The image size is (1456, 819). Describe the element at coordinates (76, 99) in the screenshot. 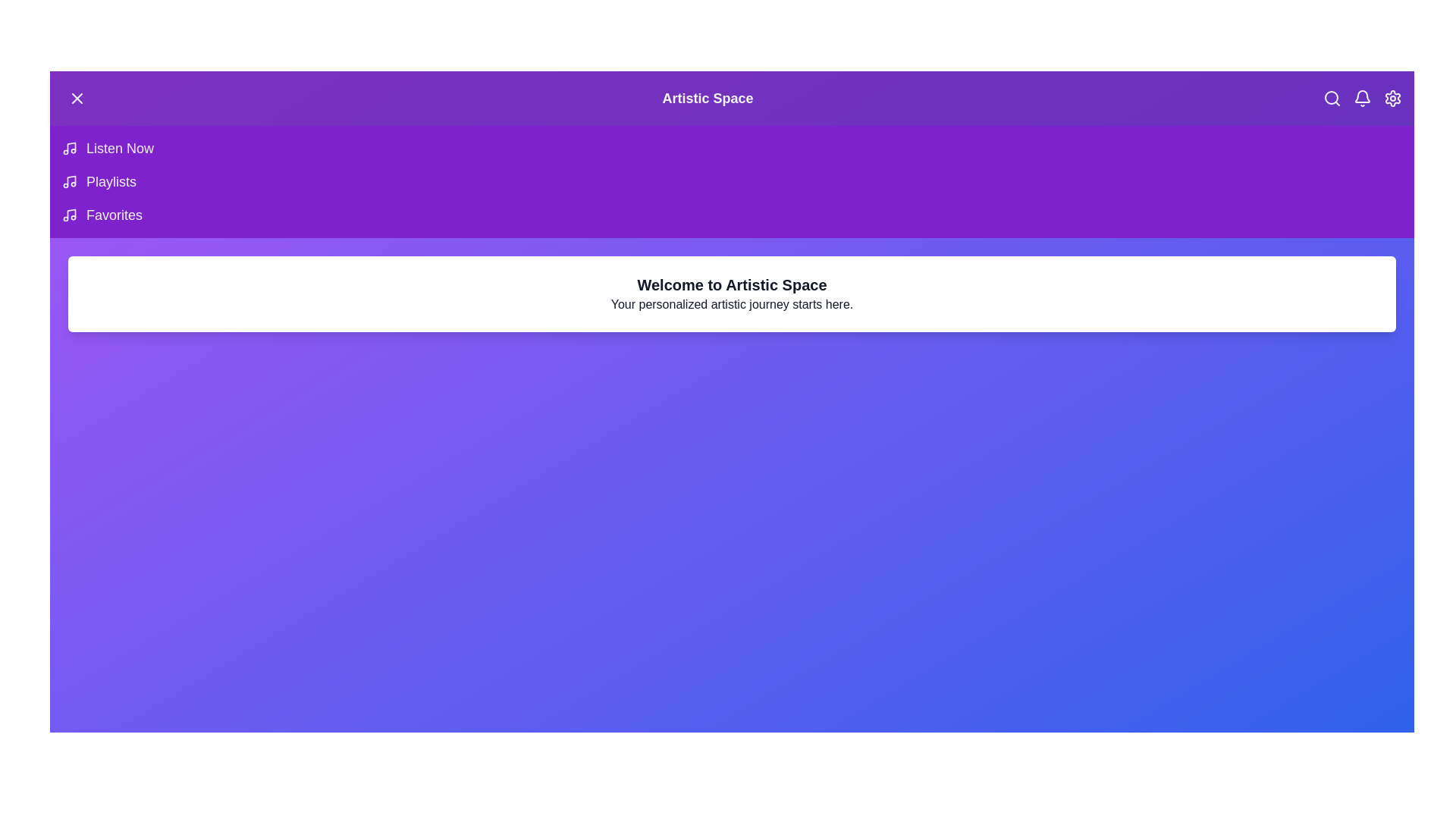

I see `button at the top-left corner of the app bar to toggle the navigation menu` at that location.